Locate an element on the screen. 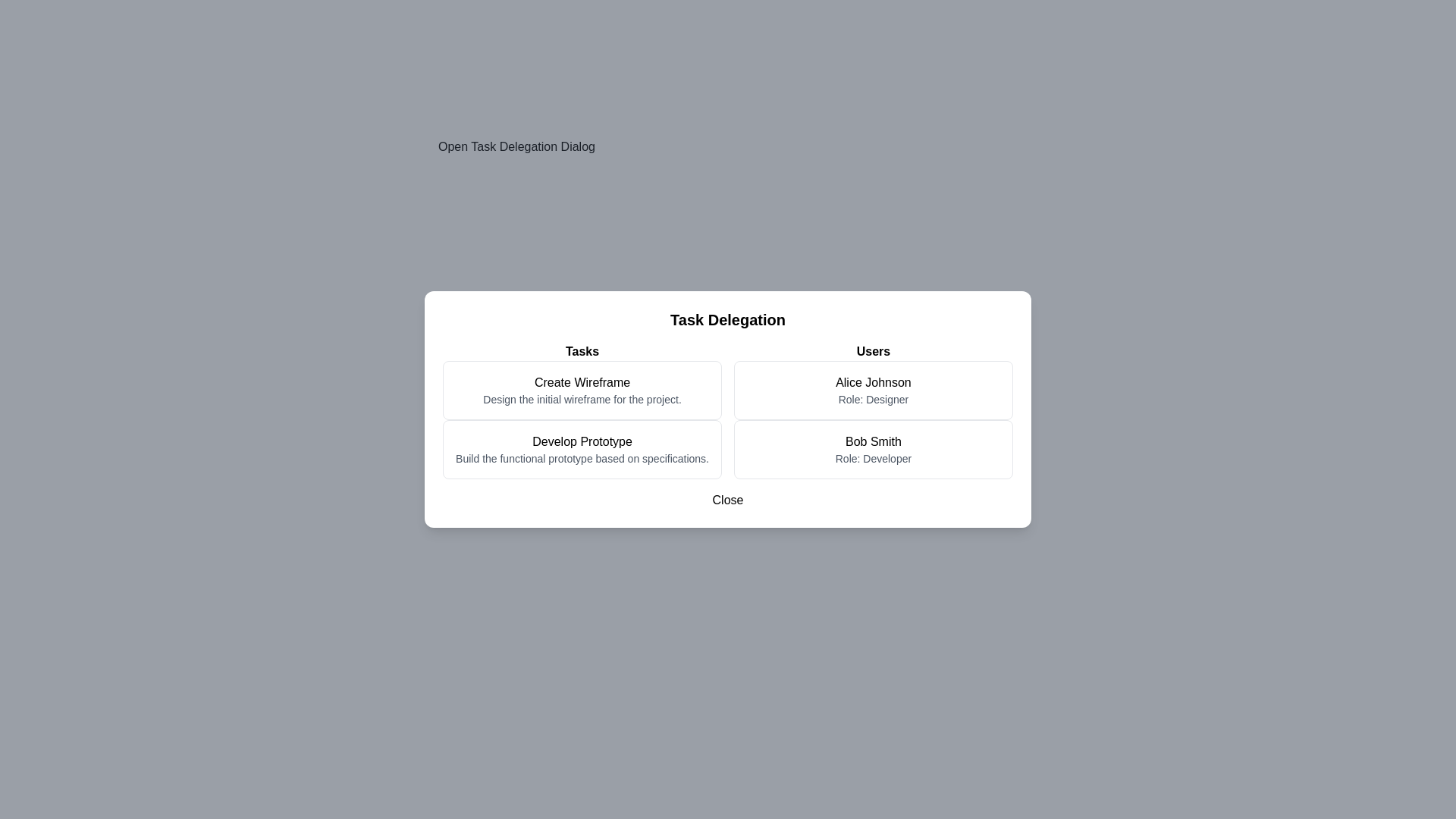 The width and height of the screenshot is (1456, 819). the 'Open Task Delegation Dialog' button is located at coordinates (516, 146).